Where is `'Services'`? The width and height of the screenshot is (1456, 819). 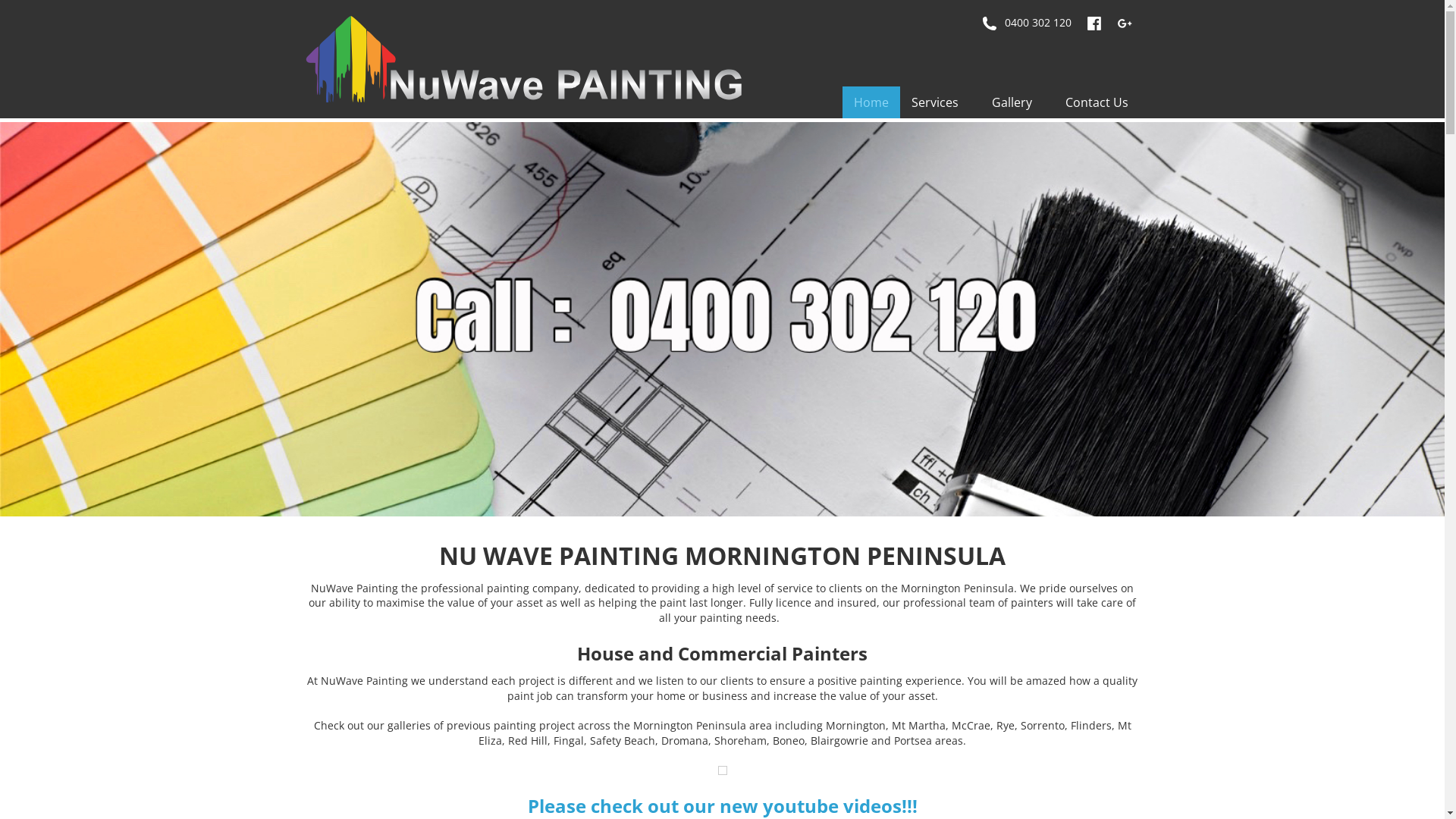
'Services' is located at coordinates (938, 102).